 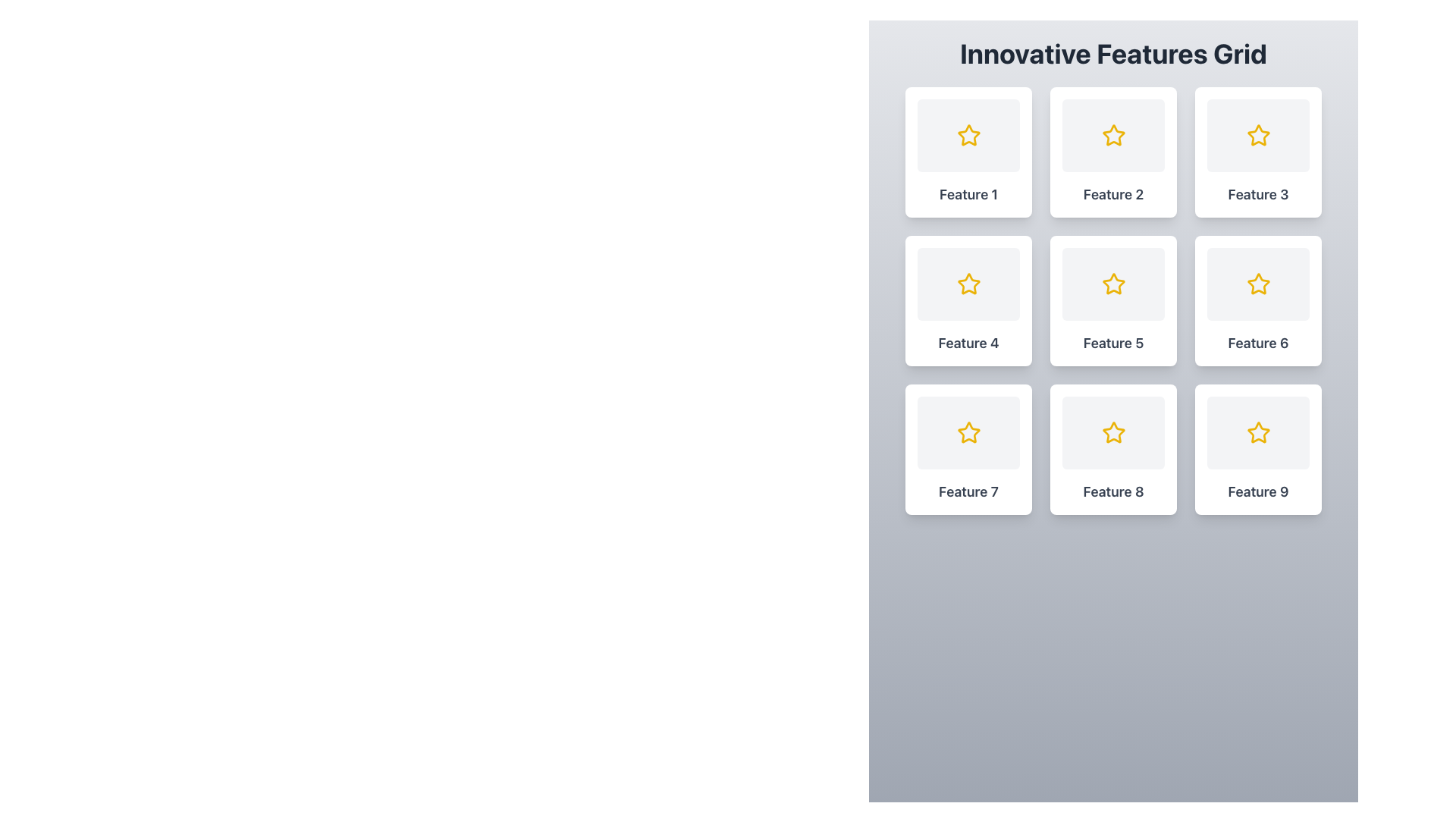 What do you see at coordinates (968, 432) in the screenshot?
I see `the star-shaped icon with a yellow outline that is centered above the text 'Feature 7'` at bounding box center [968, 432].